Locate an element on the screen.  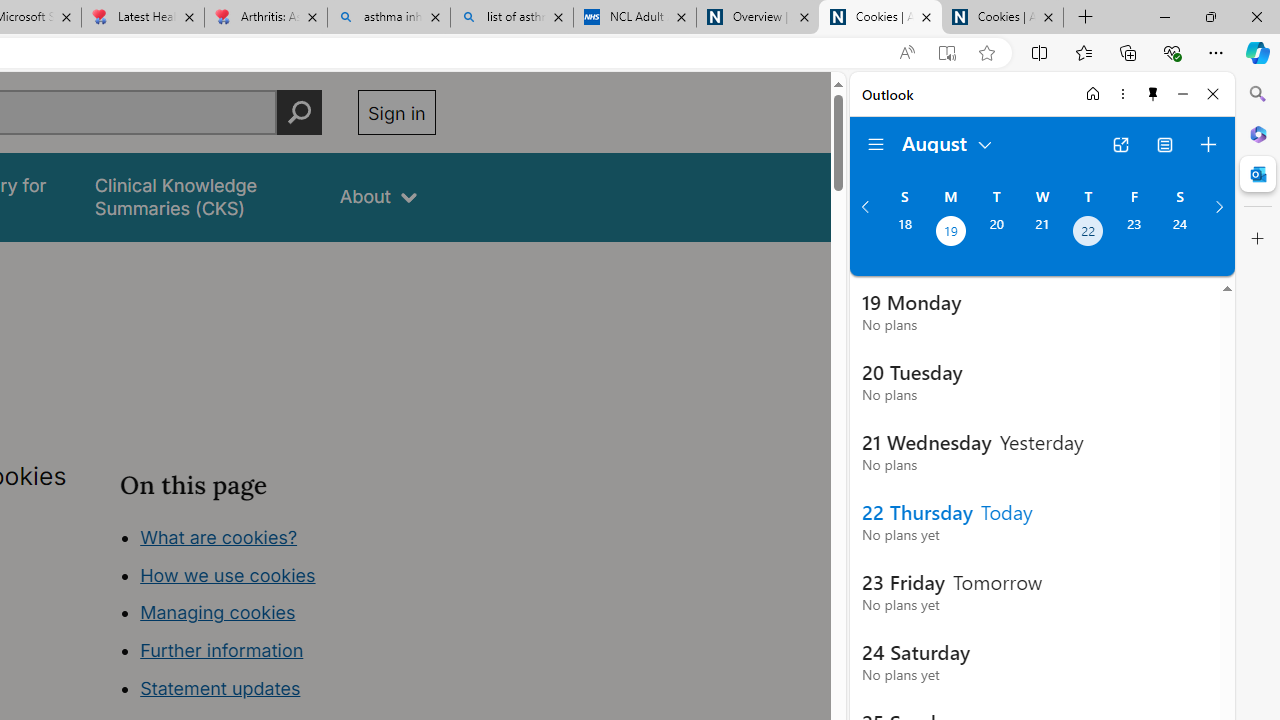
'Open in new tab' is located at coordinates (1120, 144).